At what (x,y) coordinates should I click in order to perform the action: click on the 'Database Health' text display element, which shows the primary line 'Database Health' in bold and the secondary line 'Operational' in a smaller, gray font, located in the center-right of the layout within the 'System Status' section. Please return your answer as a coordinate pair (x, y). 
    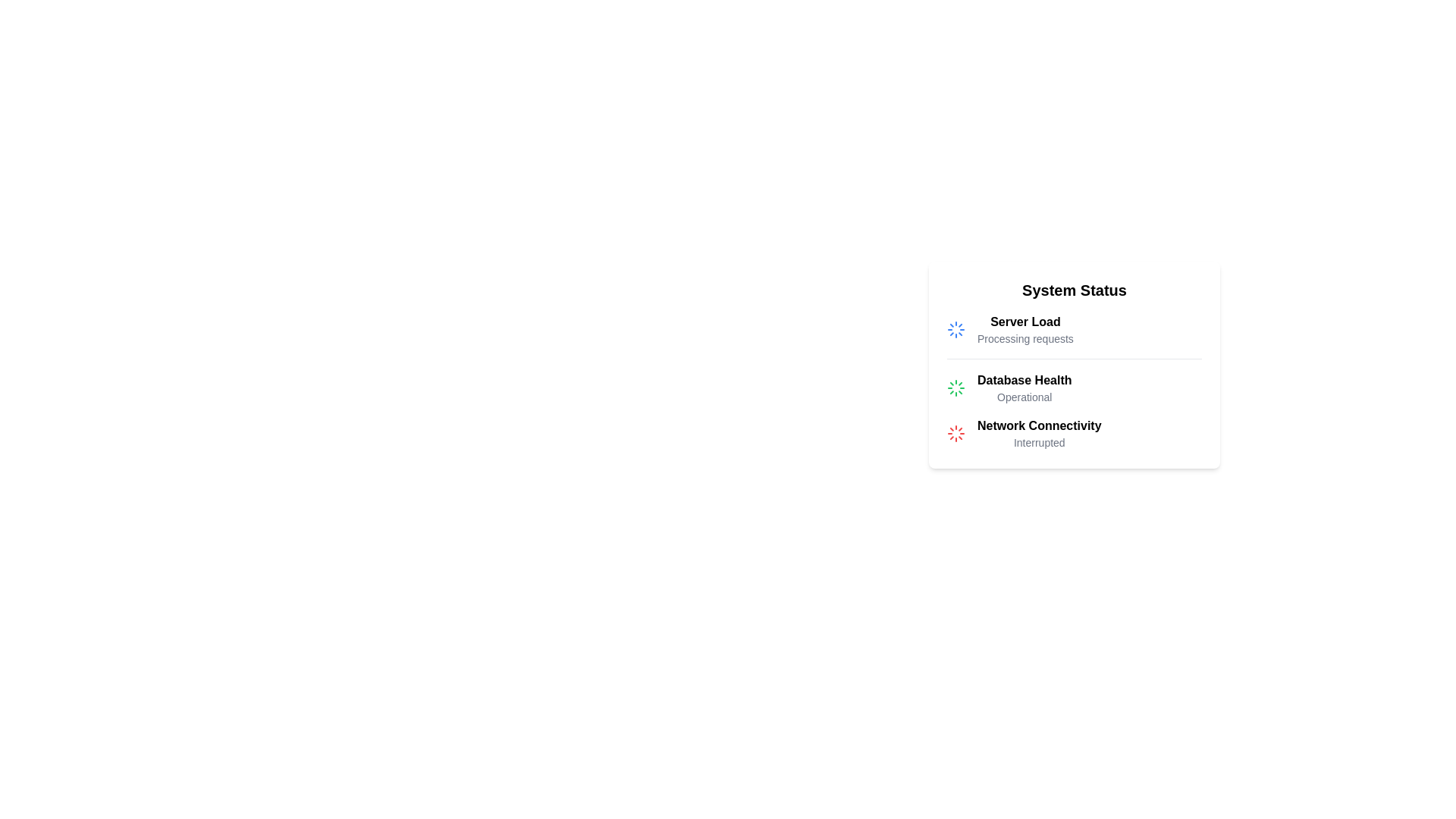
    Looking at the image, I should click on (1025, 388).